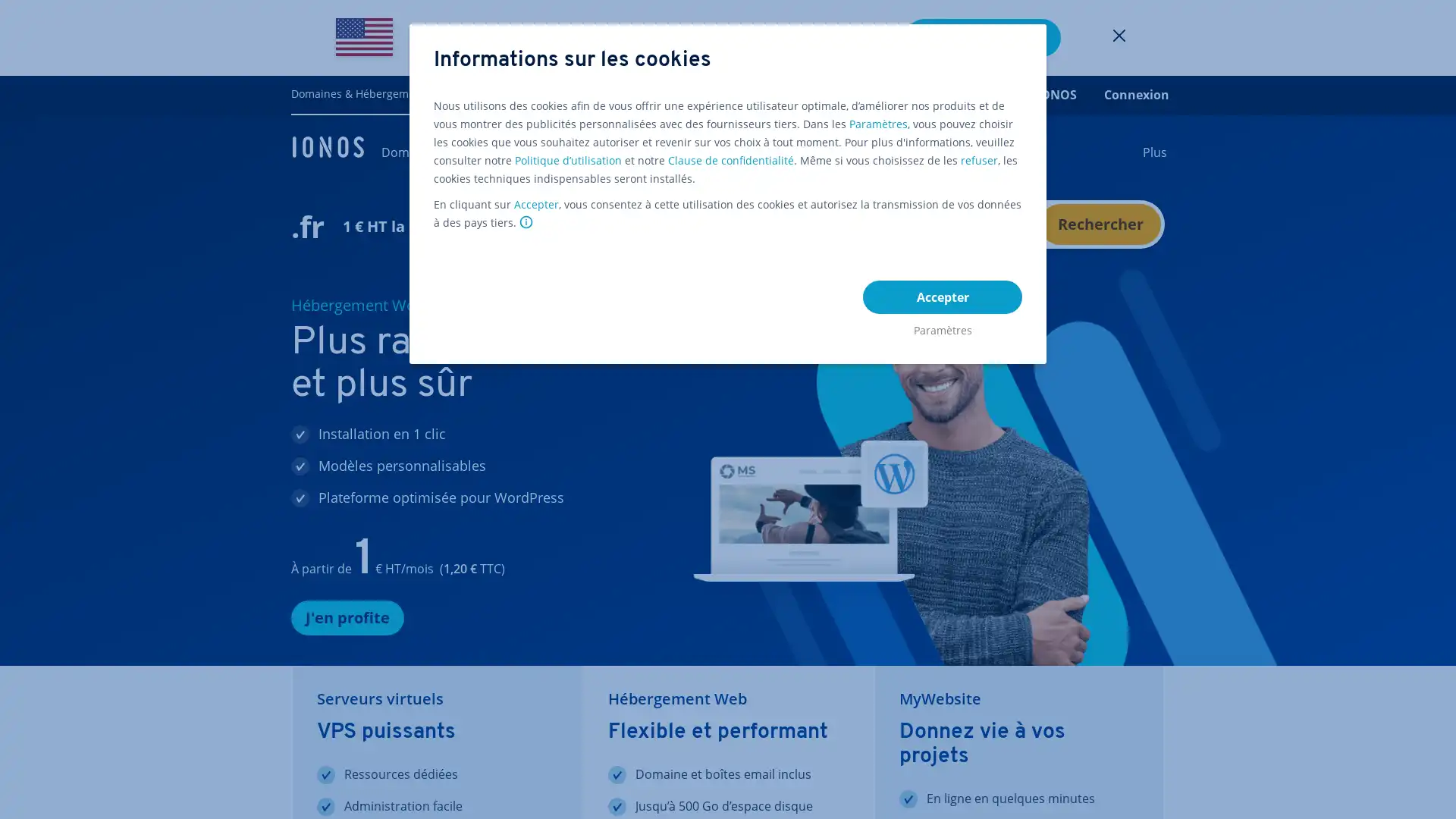 This screenshot has width=1456, height=819. What do you see at coordinates (1119, 37) in the screenshot?
I see `Close` at bounding box center [1119, 37].